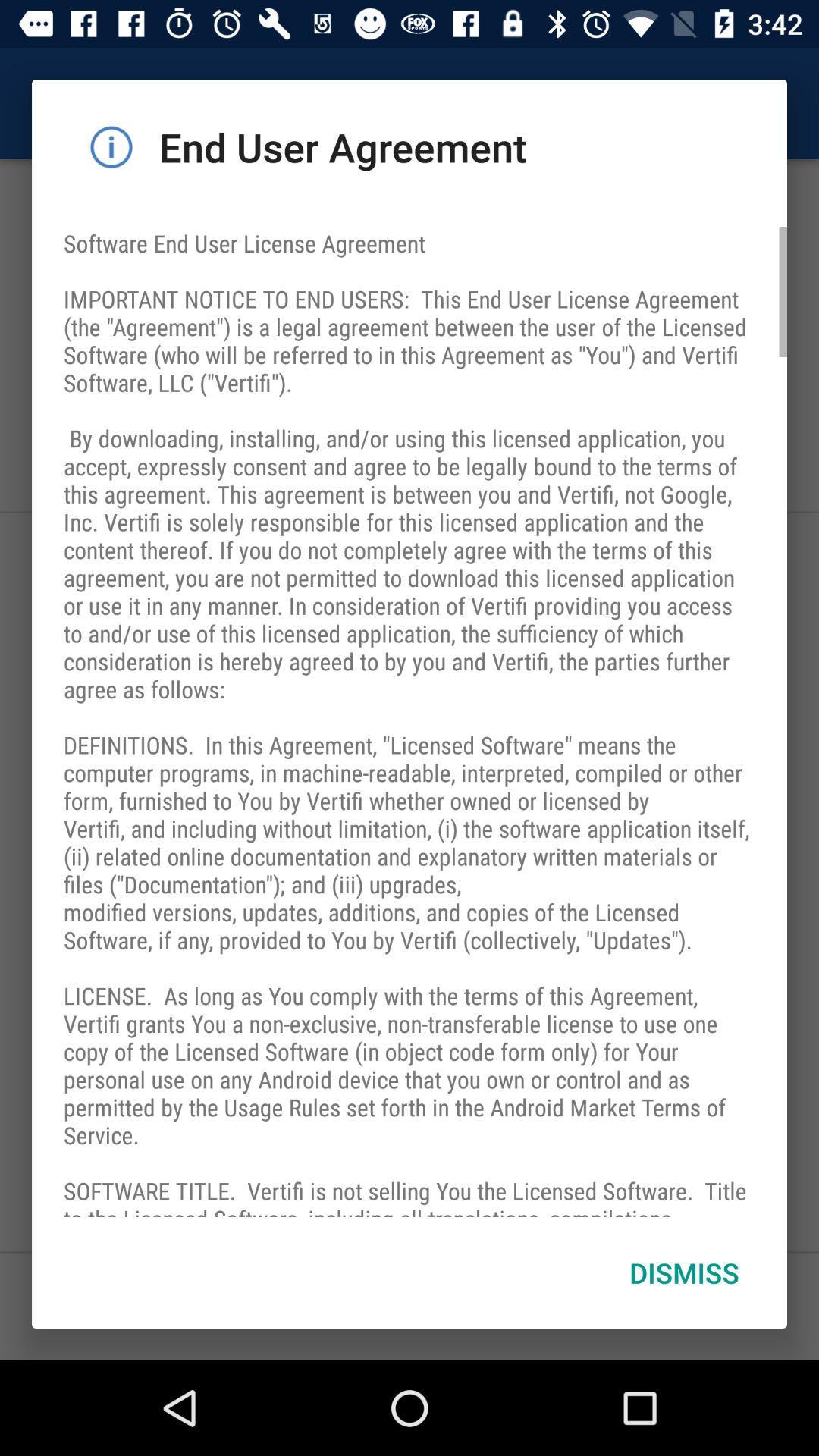 This screenshot has height=1456, width=819. What do you see at coordinates (684, 1272) in the screenshot?
I see `the dismiss item` at bounding box center [684, 1272].